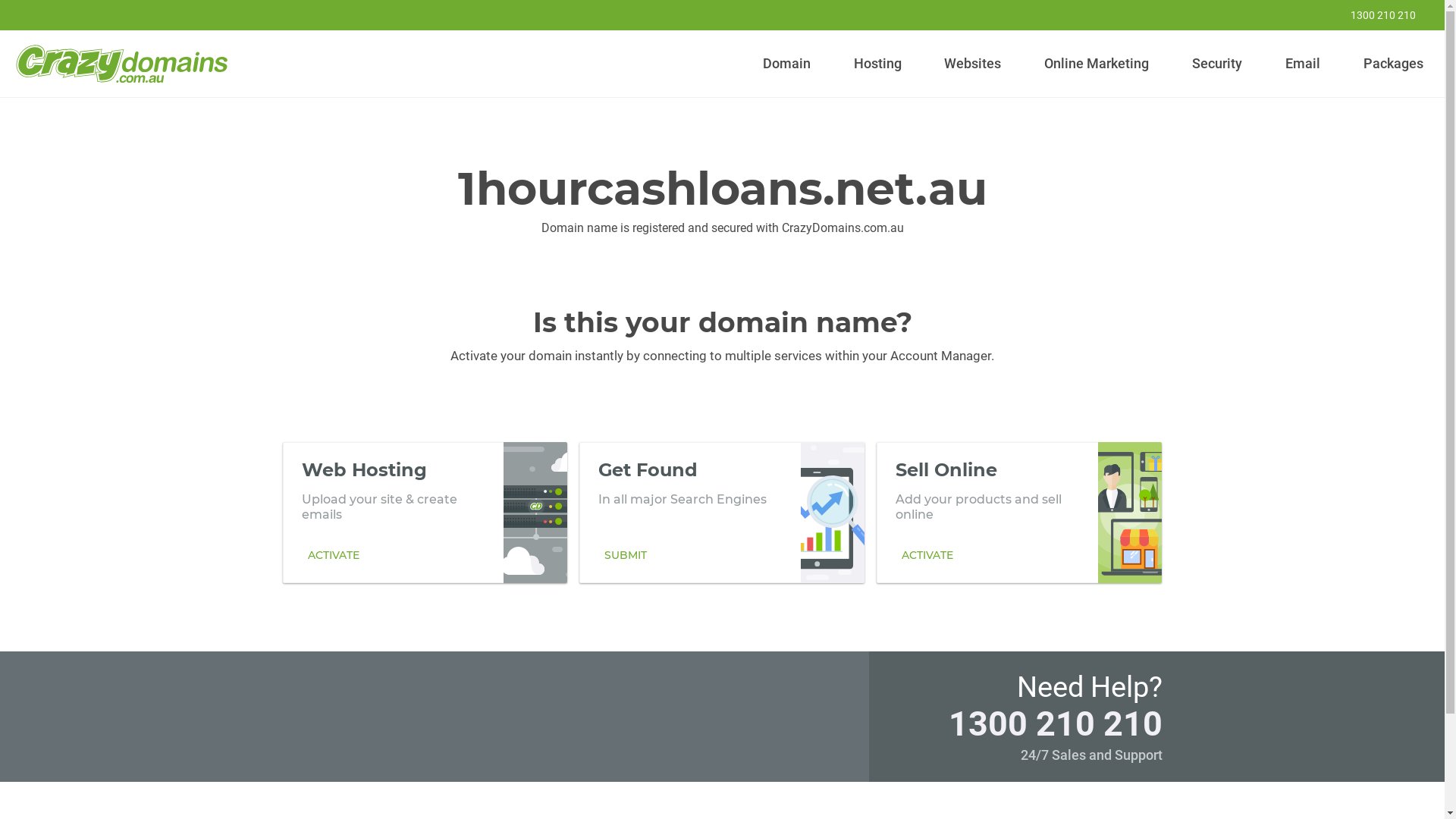 This screenshot has width=1456, height=819. I want to click on 'Domain', so click(786, 63).